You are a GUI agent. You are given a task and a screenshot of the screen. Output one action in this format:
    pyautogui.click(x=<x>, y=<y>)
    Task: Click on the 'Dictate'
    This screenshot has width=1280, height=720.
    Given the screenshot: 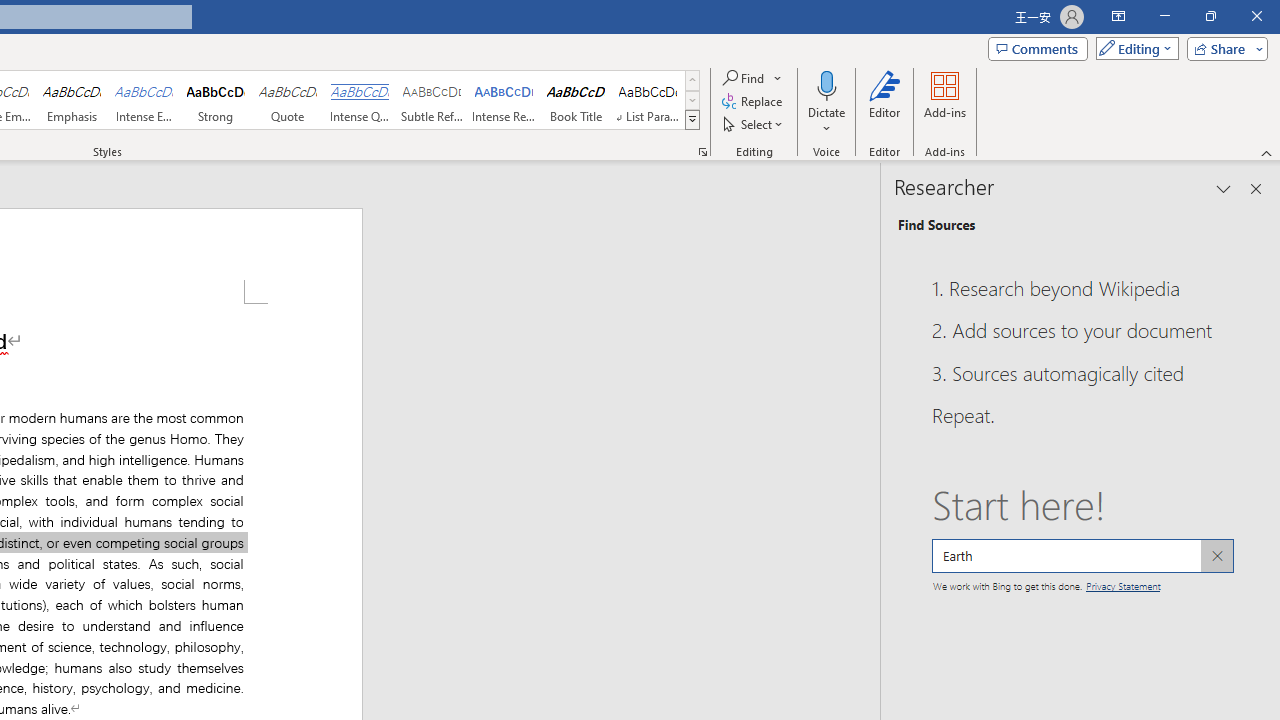 What is the action you would take?
    pyautogui.click(x=826, y=84)
    